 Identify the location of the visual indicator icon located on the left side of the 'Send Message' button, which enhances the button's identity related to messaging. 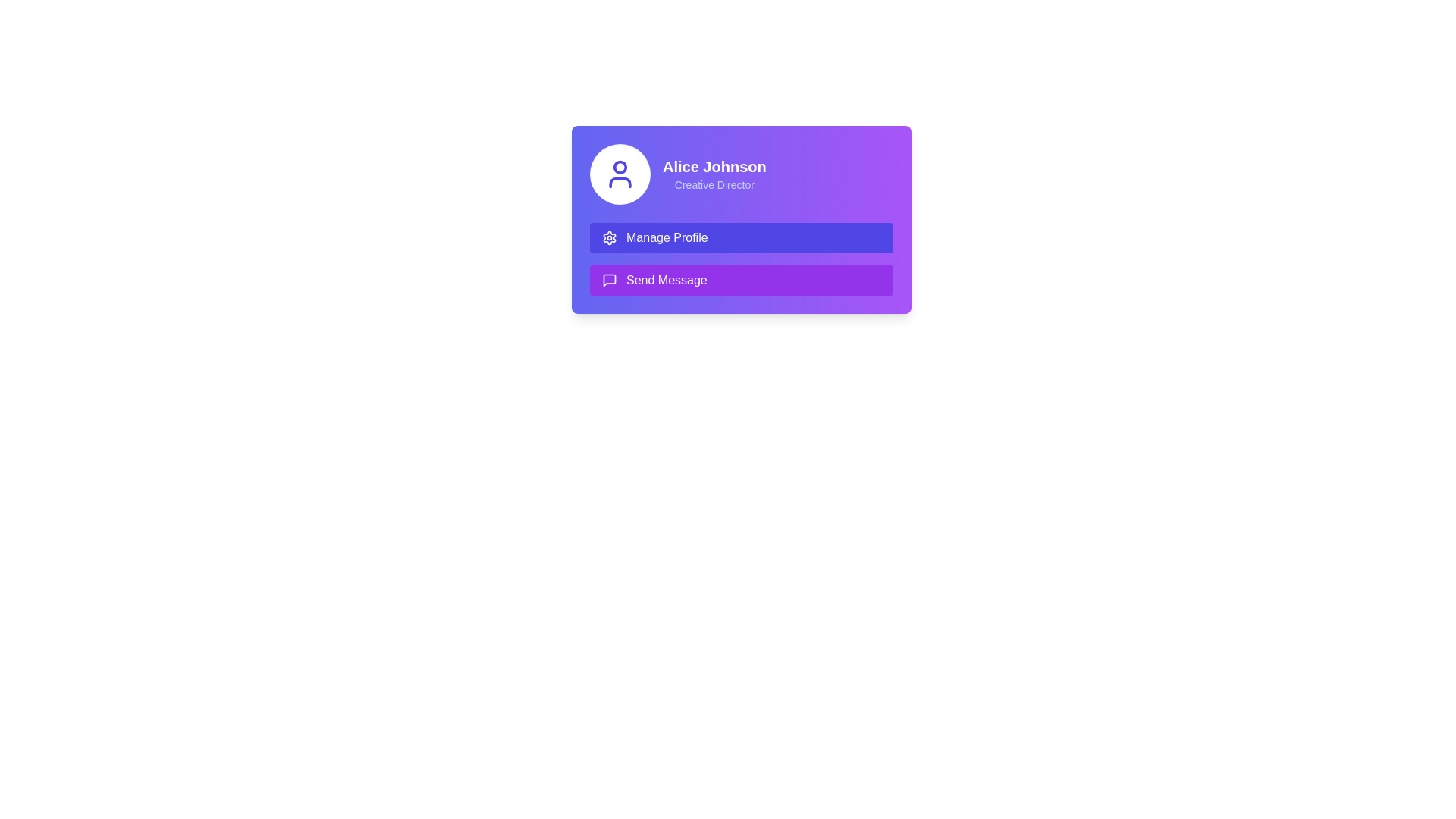
(610, 281).